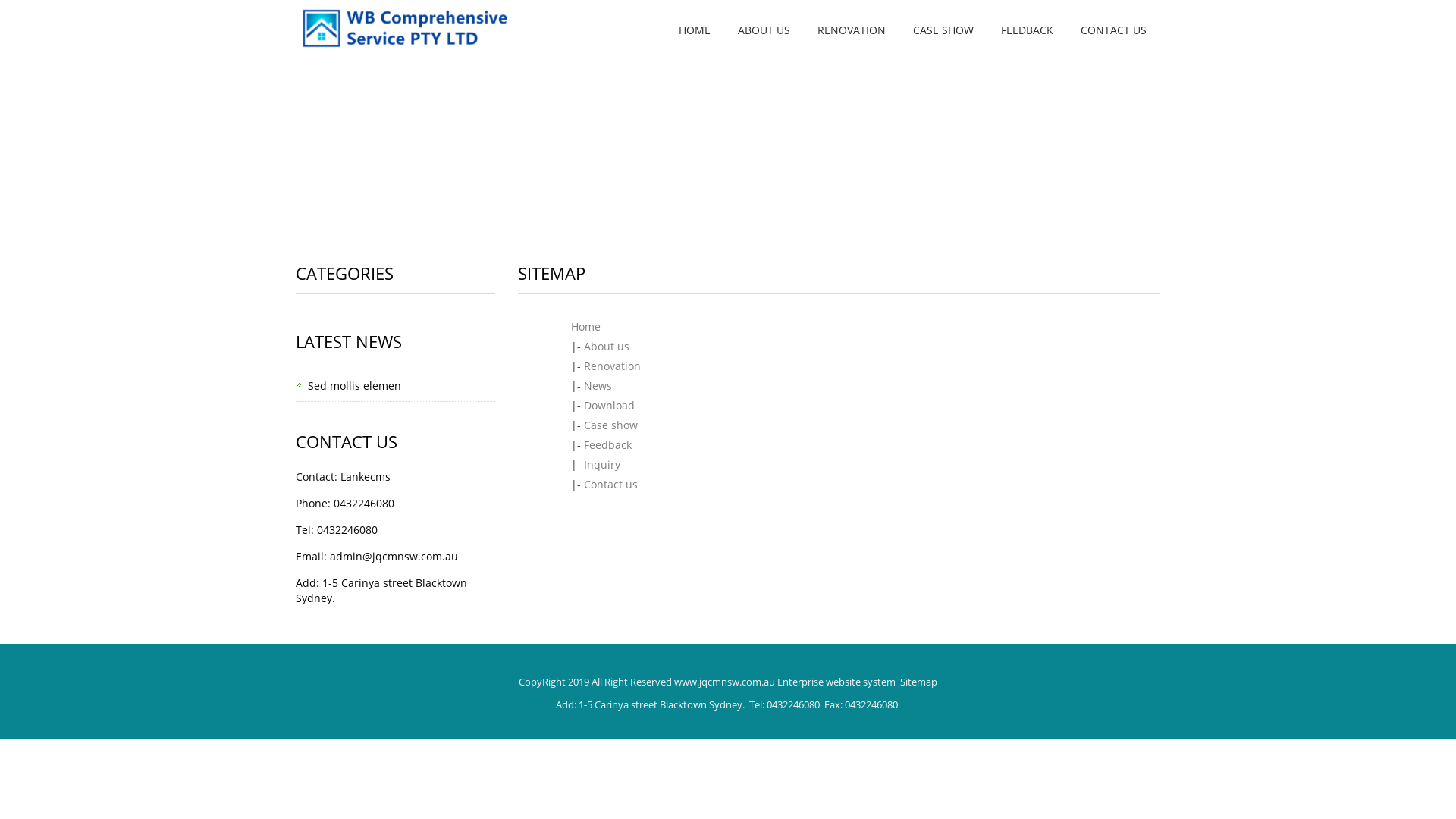 Image resolution: width=1456 pixels, height=819 pixels. What do you see at coordinates (582, 346) in the screenshot?
I see `'About us'` at bounding box center [582, 346].